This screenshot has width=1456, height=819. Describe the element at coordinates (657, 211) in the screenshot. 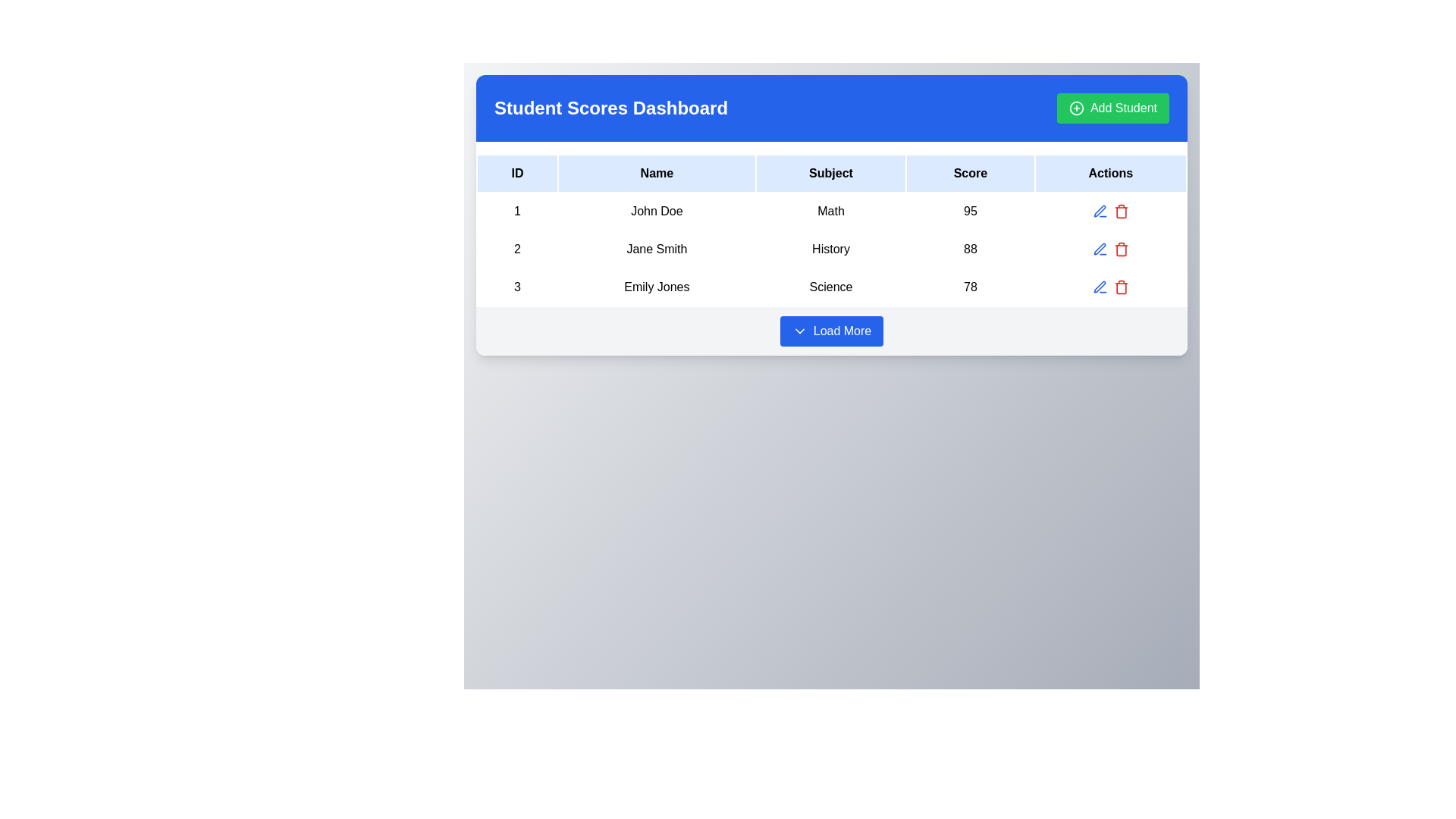

I see `the text label displaying 'John Doe' in the 'Name' column of the first record in the table` at that location.